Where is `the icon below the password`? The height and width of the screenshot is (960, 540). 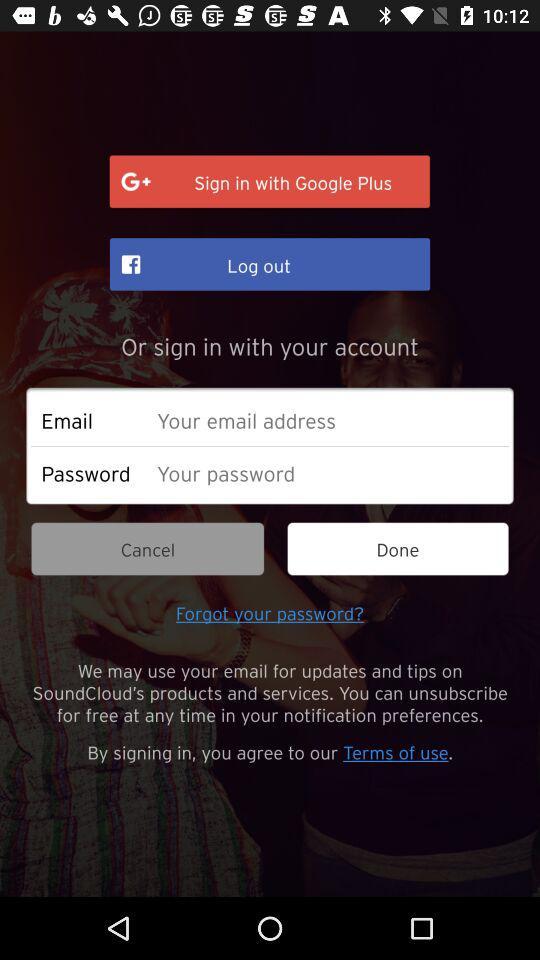
the icon below the password is located at coordinates (146, 549).